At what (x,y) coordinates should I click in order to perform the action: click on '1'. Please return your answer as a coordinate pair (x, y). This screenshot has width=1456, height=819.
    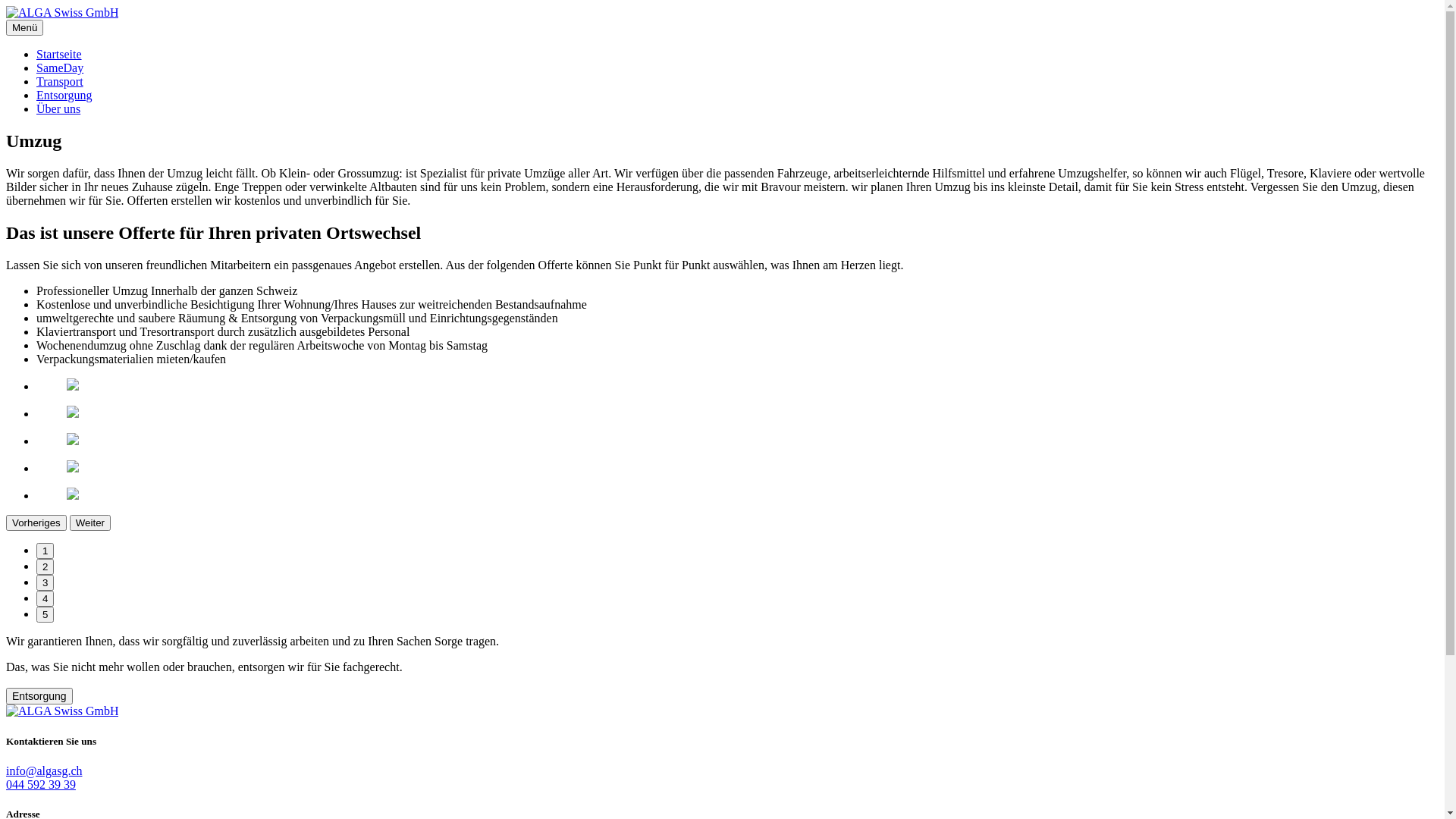
    Looking at the image, I should click on (45, 551).